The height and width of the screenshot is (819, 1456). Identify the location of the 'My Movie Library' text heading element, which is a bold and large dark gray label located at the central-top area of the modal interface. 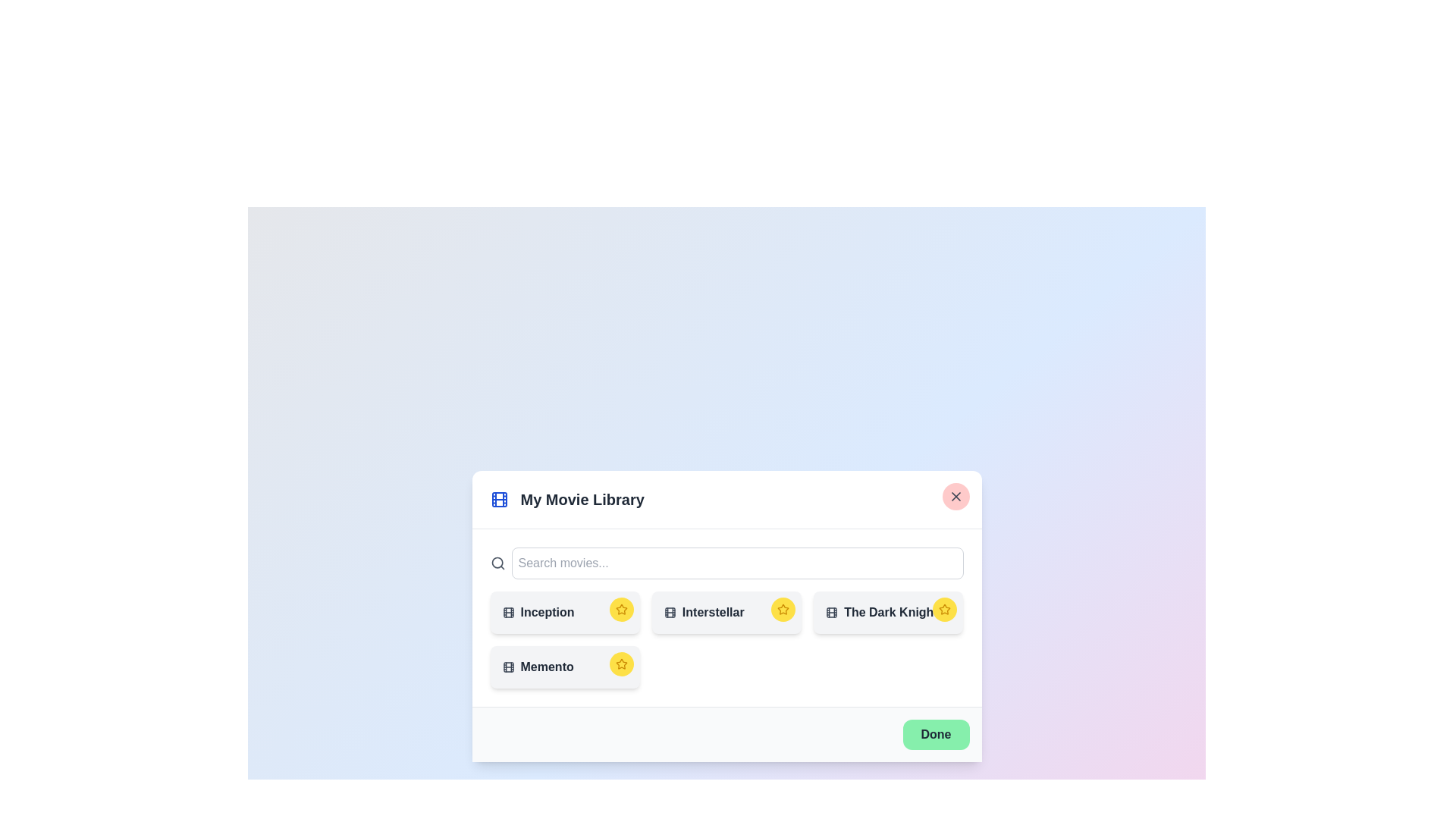
(582, 500).